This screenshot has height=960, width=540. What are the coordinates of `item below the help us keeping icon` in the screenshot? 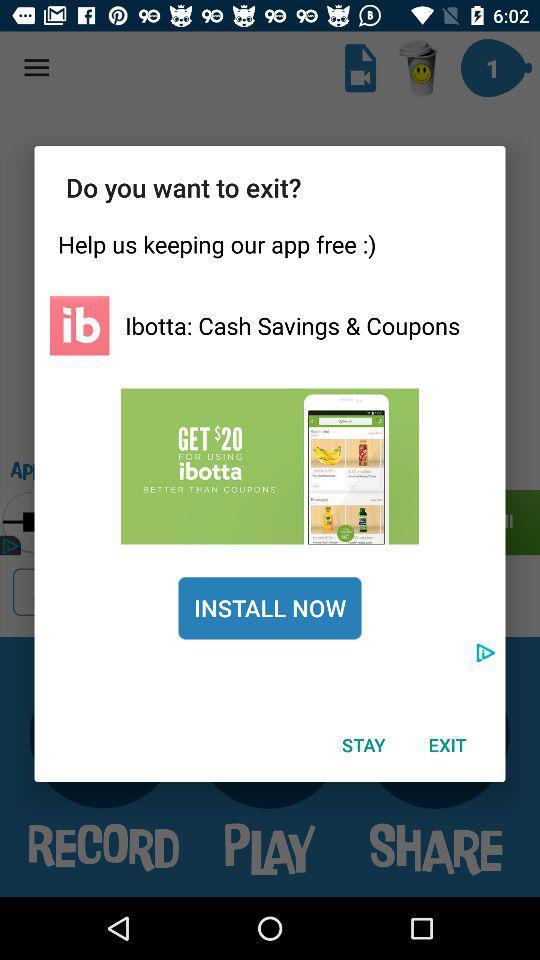 It's located at (291, 325).